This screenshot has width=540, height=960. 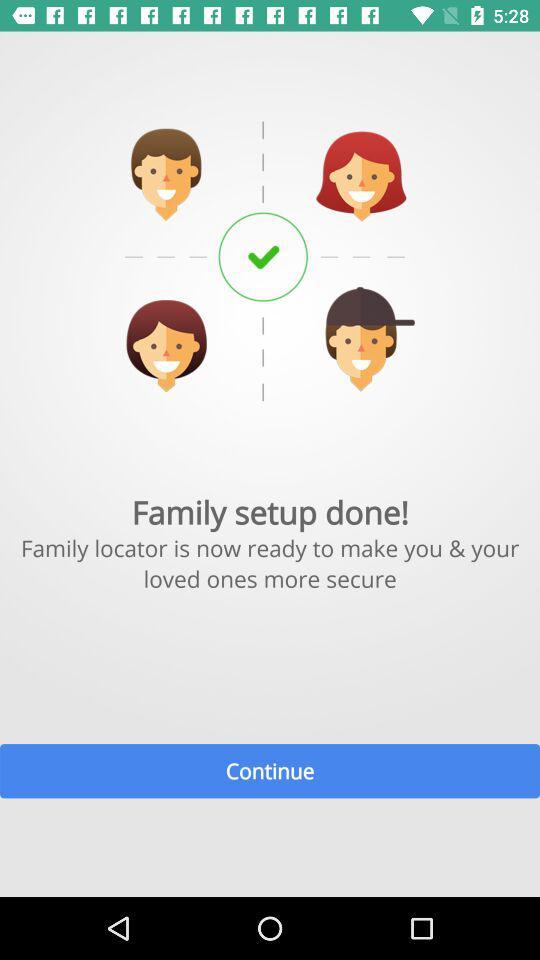 I want to click on the icon below the family locator is icon, so click(x=270, y=770).